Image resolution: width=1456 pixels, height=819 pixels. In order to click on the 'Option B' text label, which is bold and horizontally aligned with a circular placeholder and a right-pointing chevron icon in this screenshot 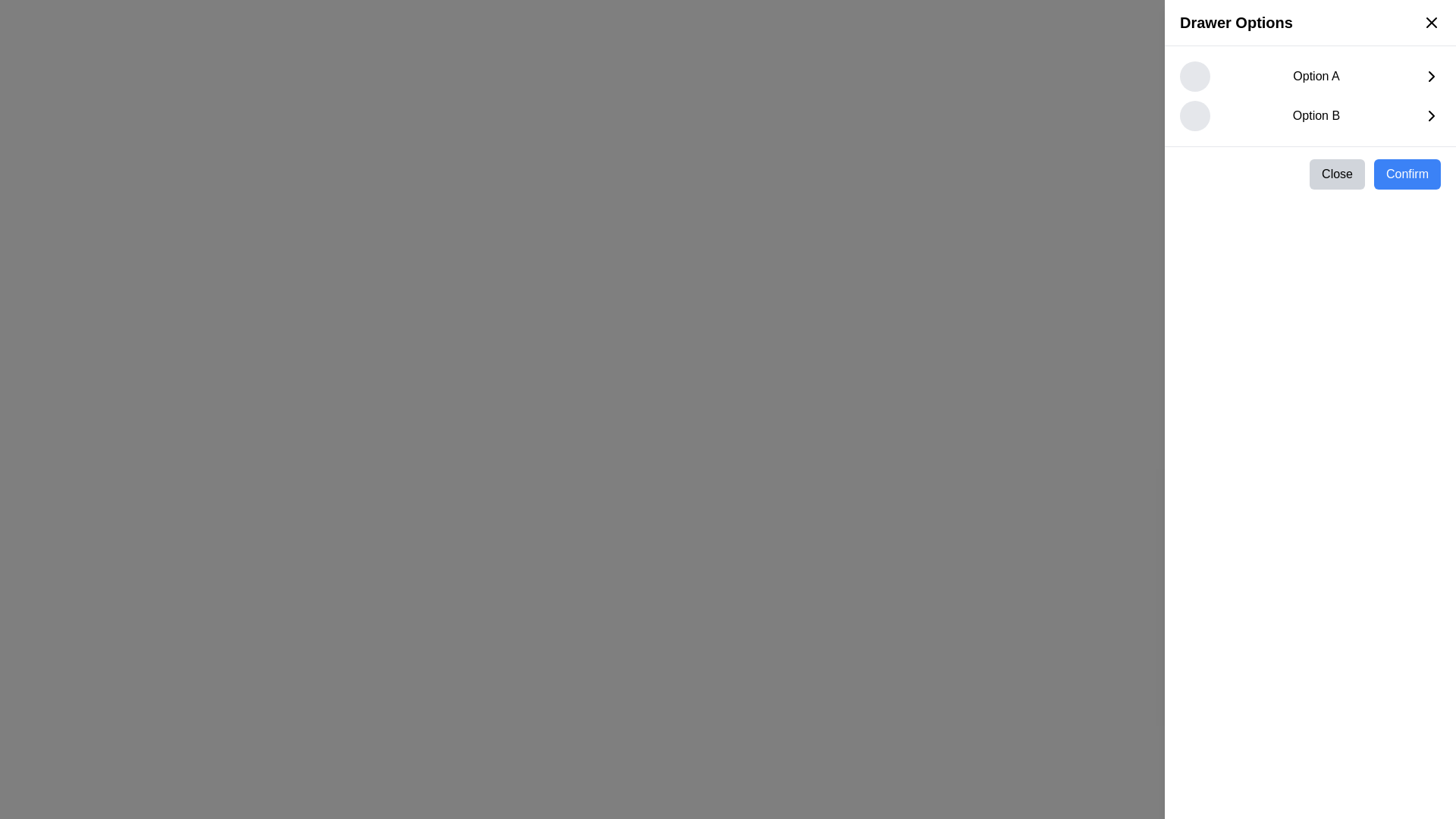, I will do `click(1316, 115)`.